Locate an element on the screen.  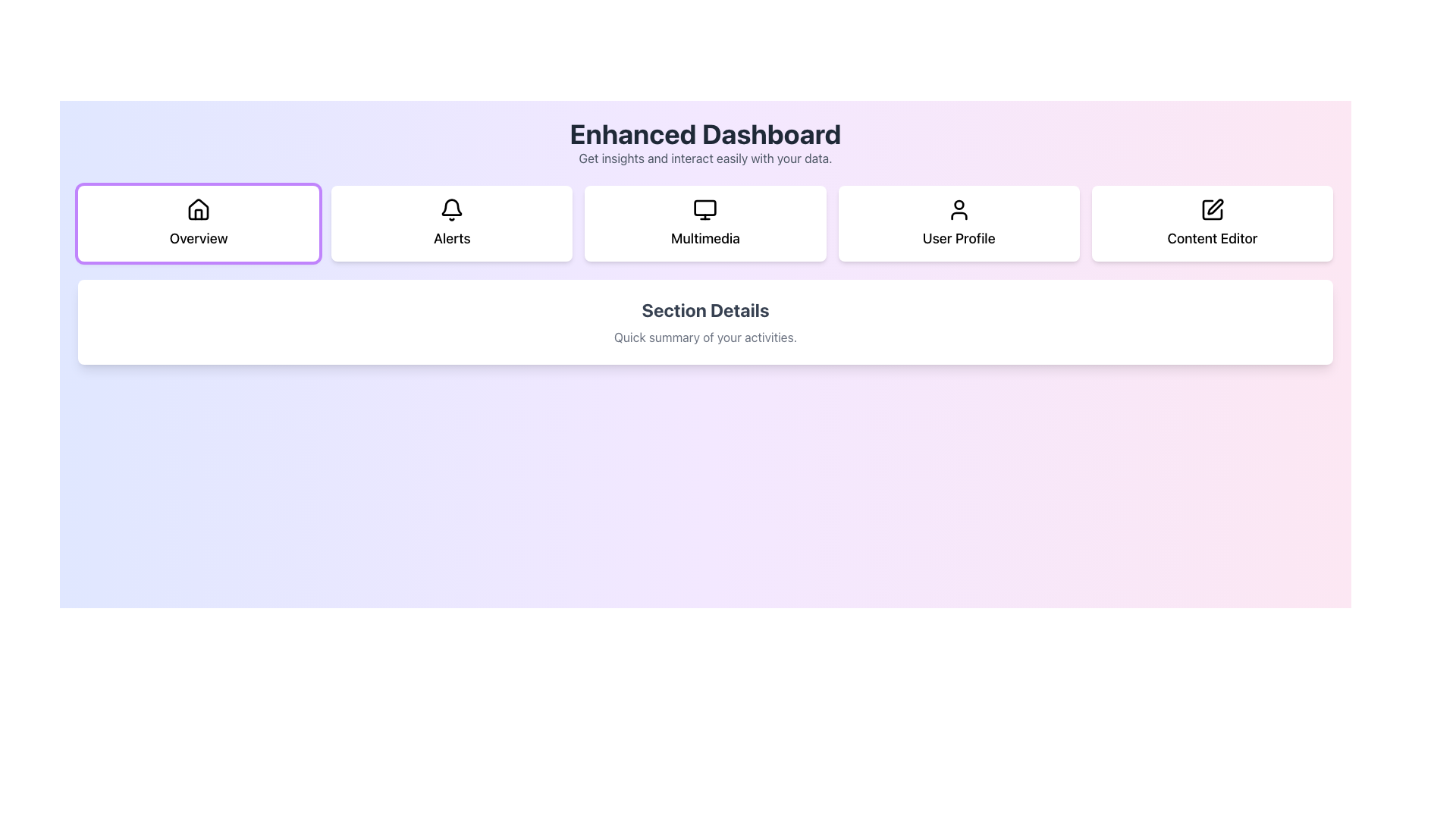
the house icon that symbolizes the 'Overview' section at the top of the card-like component is located at coordinates (198, 210).